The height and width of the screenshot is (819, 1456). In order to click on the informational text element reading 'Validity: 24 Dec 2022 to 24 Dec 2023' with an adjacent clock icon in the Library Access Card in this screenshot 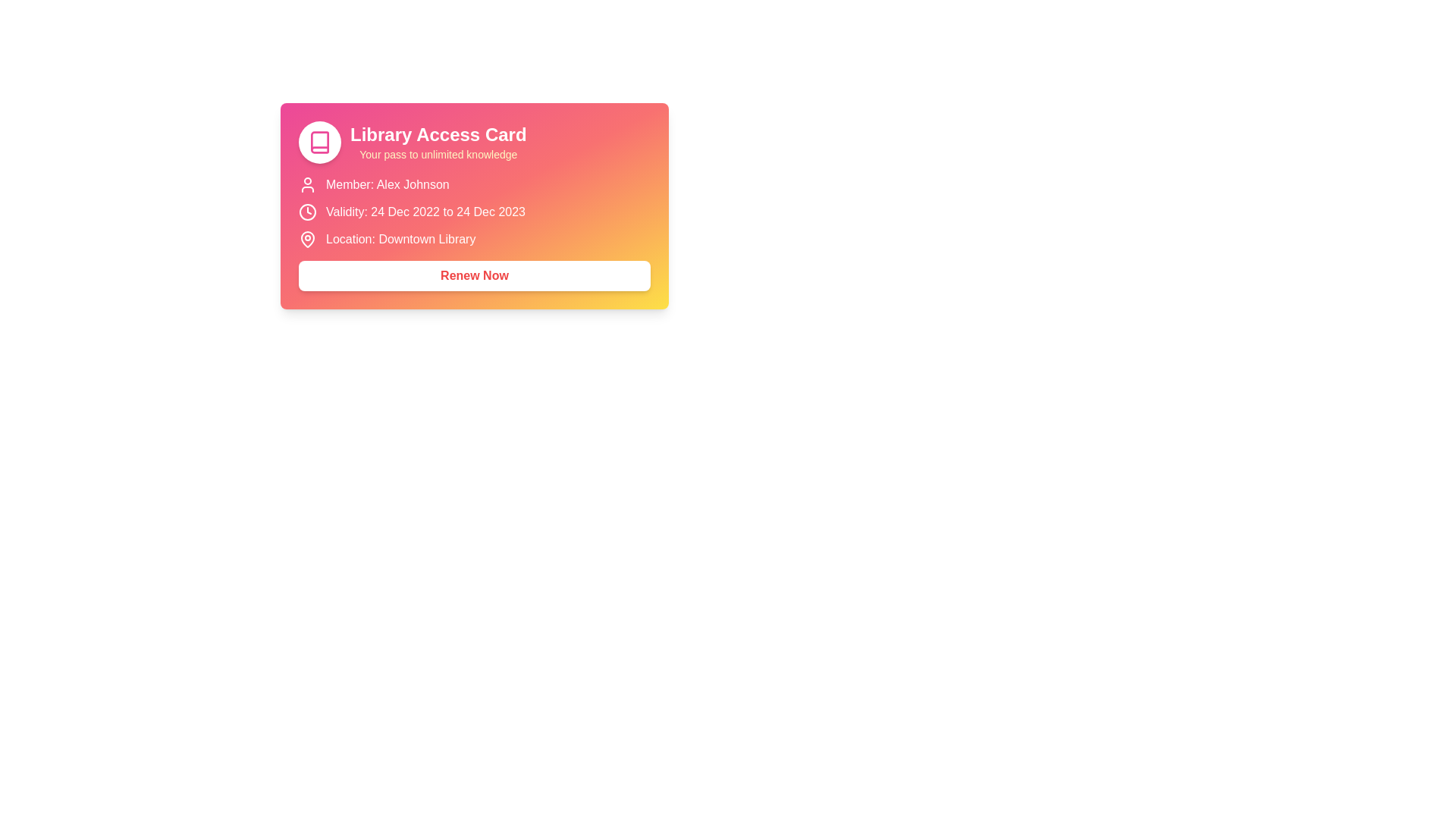, I will do `click(473, 212)`.